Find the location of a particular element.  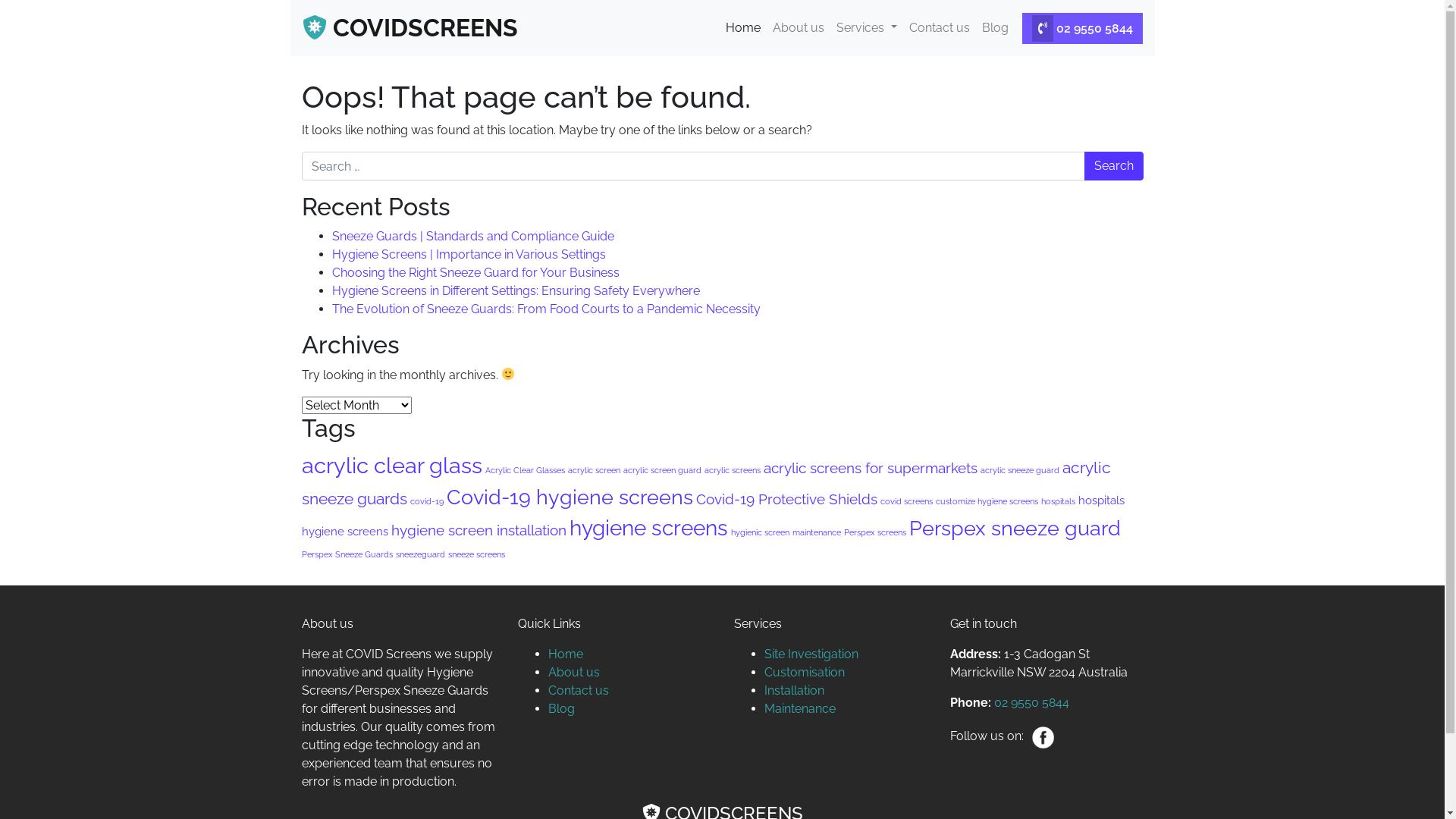

'acrylic screens for supermarkets' is located at coordinates (870, 467).